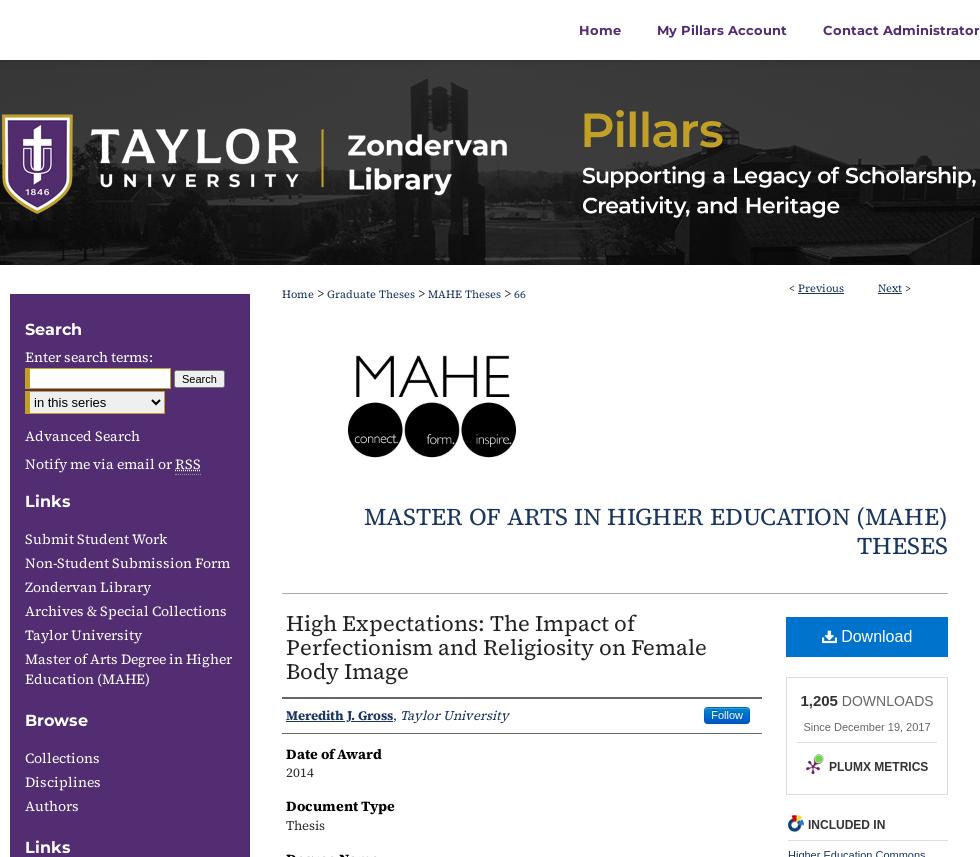  Describe the element at coordinates (56, 720) in the screenshot. I see `'Browse'` at that location.